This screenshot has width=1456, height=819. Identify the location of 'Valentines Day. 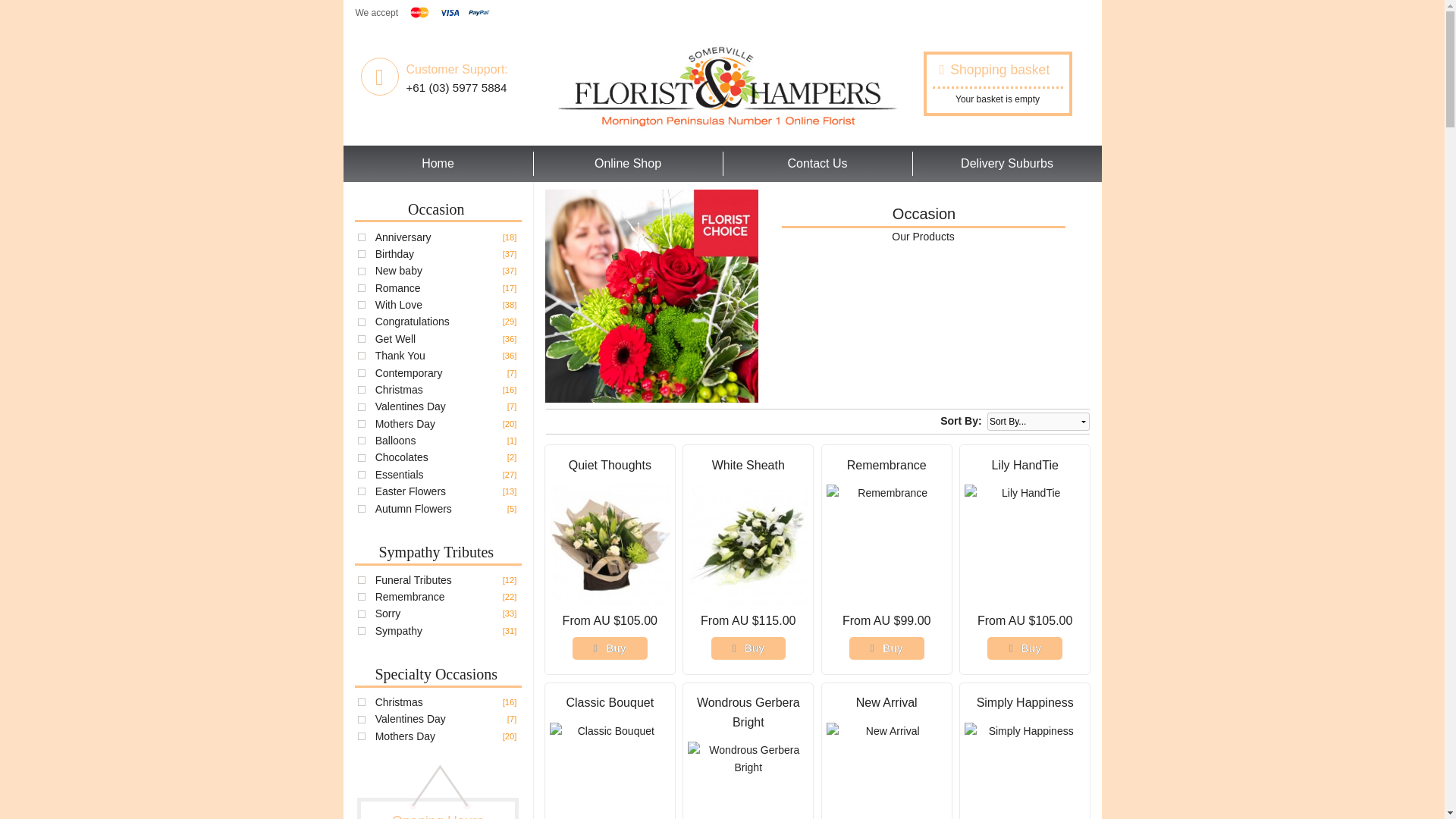
(410, 406).